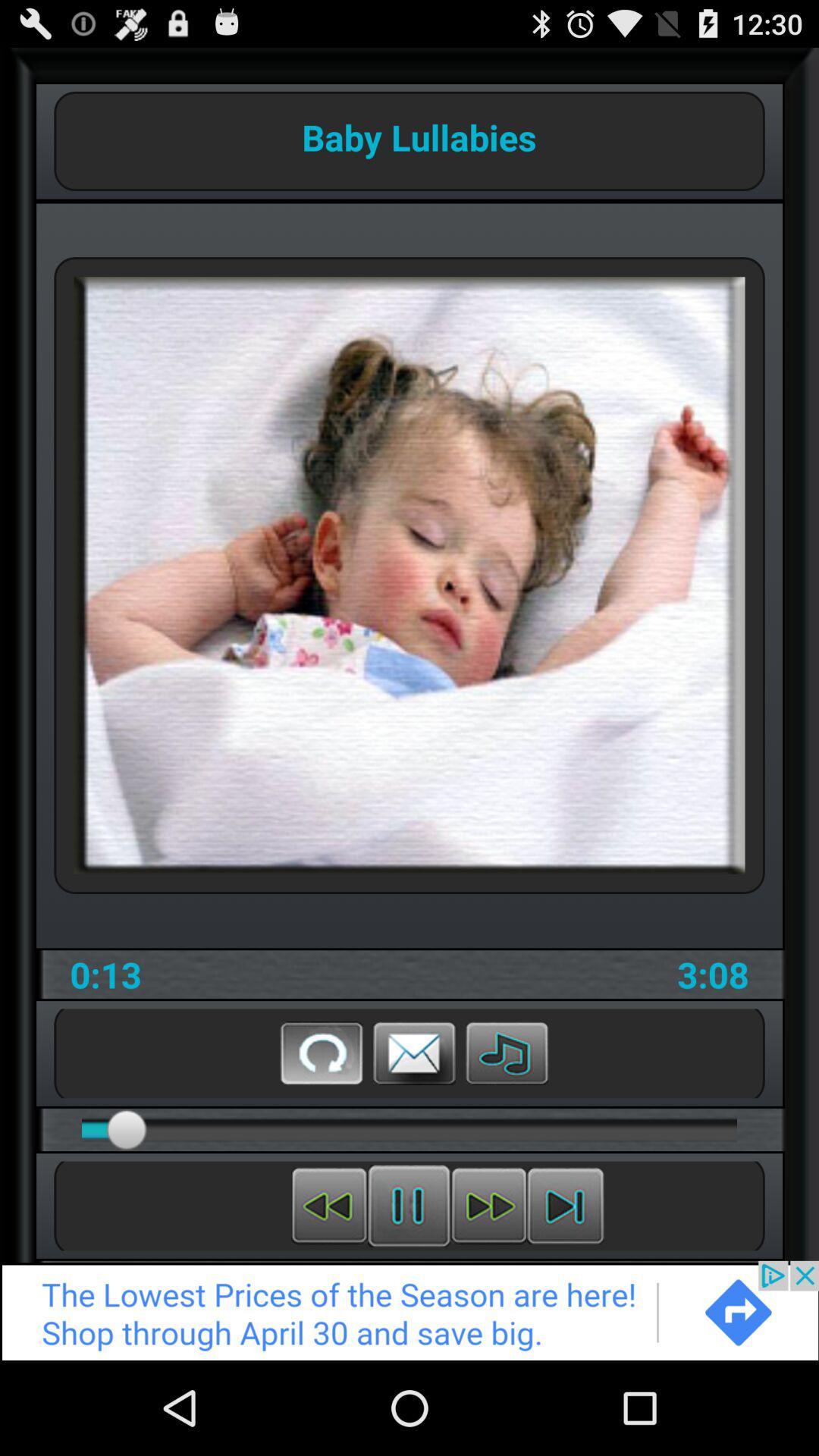  I want to click on the music icon, so click(507, 1127).